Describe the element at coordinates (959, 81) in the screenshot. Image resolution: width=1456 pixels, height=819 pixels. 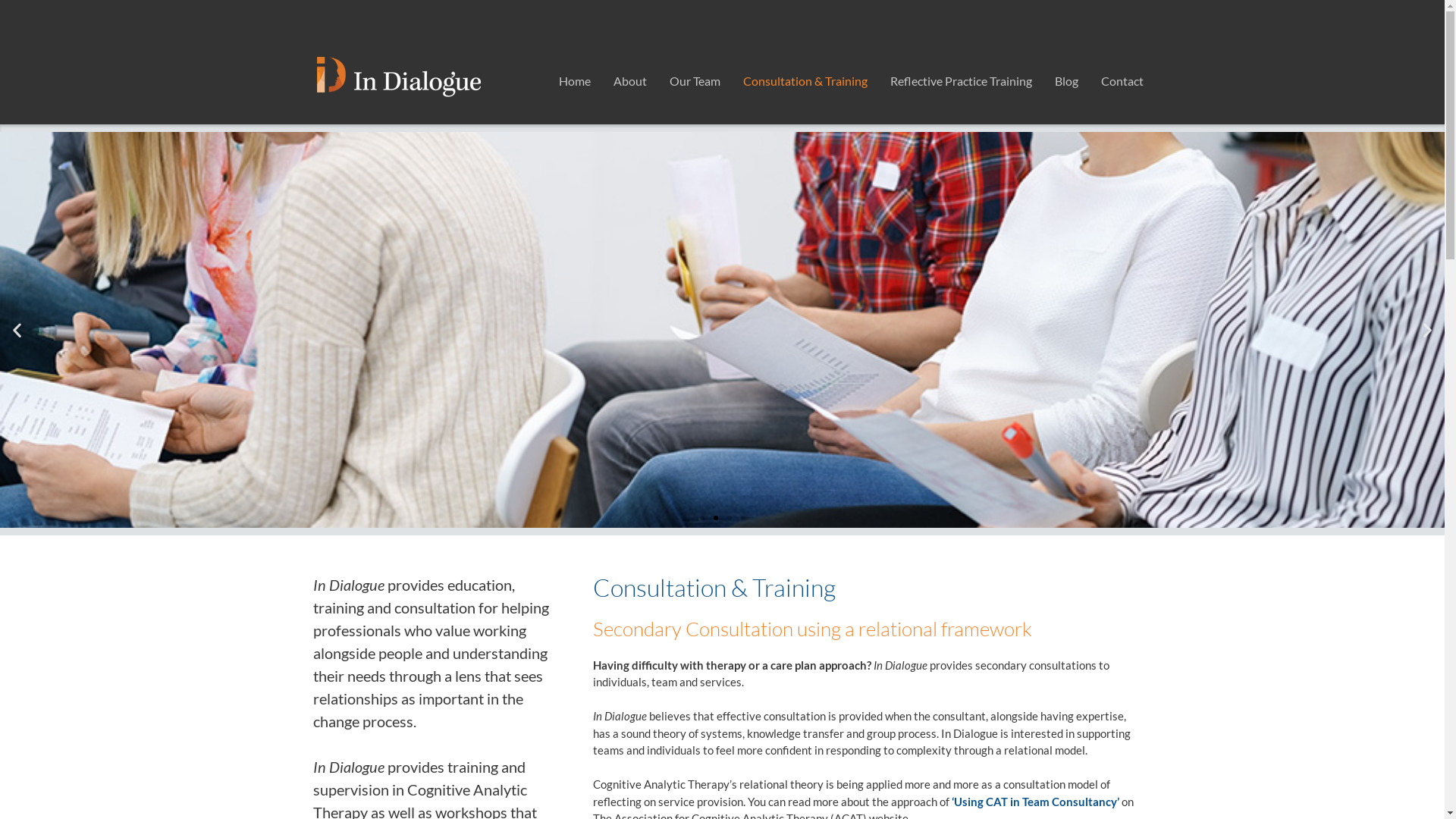
I see `'Reflective Practice Training'` at that location.